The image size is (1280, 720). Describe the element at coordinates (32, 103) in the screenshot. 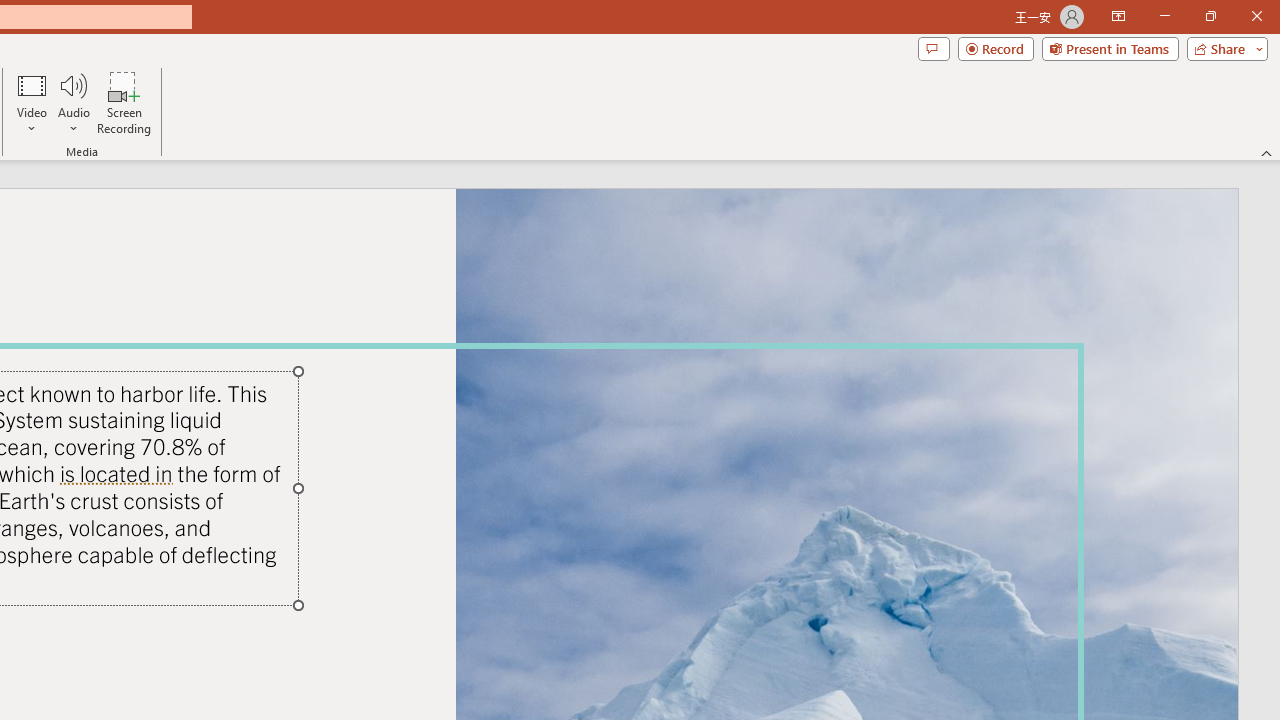

I see `'Video'` at that location.